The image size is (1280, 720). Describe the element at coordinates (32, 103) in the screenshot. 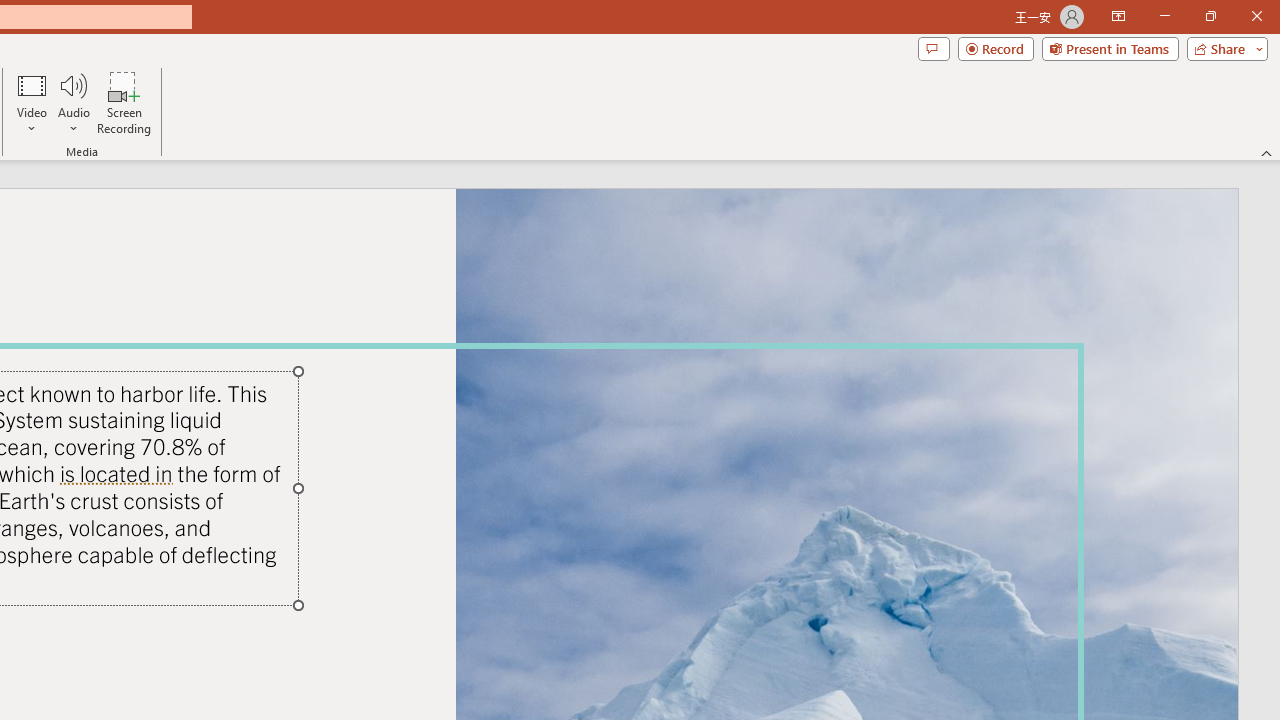

I see `'Video'` at that location.